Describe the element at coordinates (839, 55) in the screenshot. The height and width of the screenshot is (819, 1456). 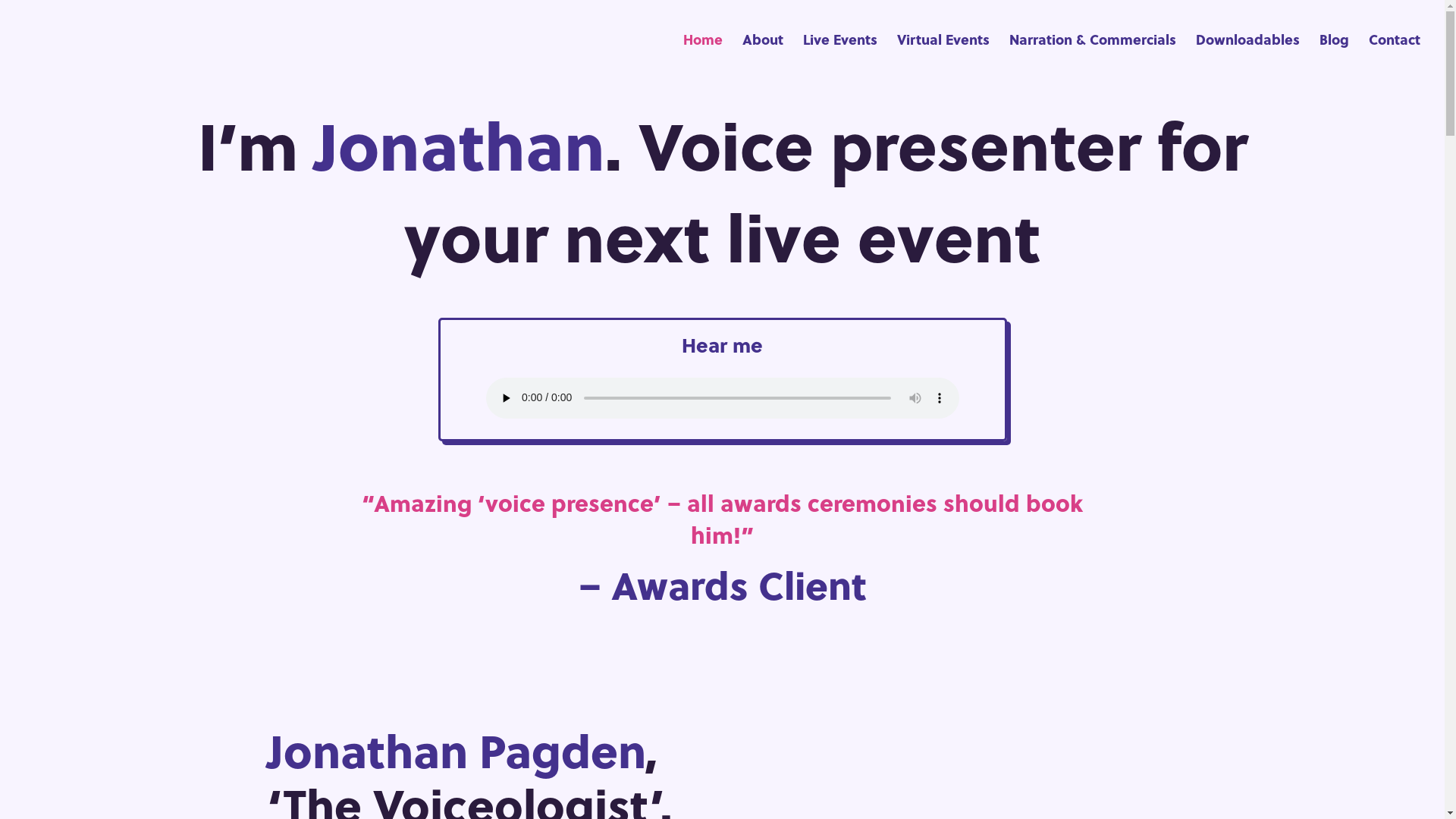
I see `'Live Events'` at that location.